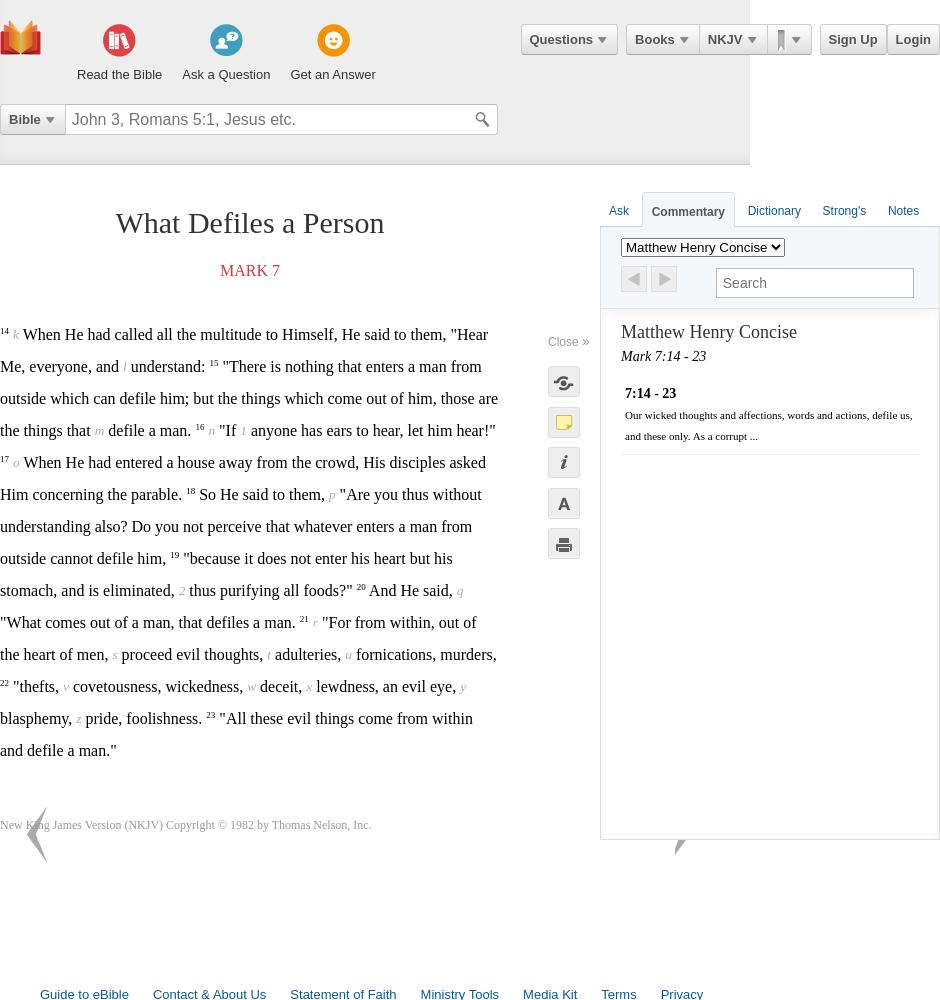  I want to click on 'adulteries,', so click(307, 654).